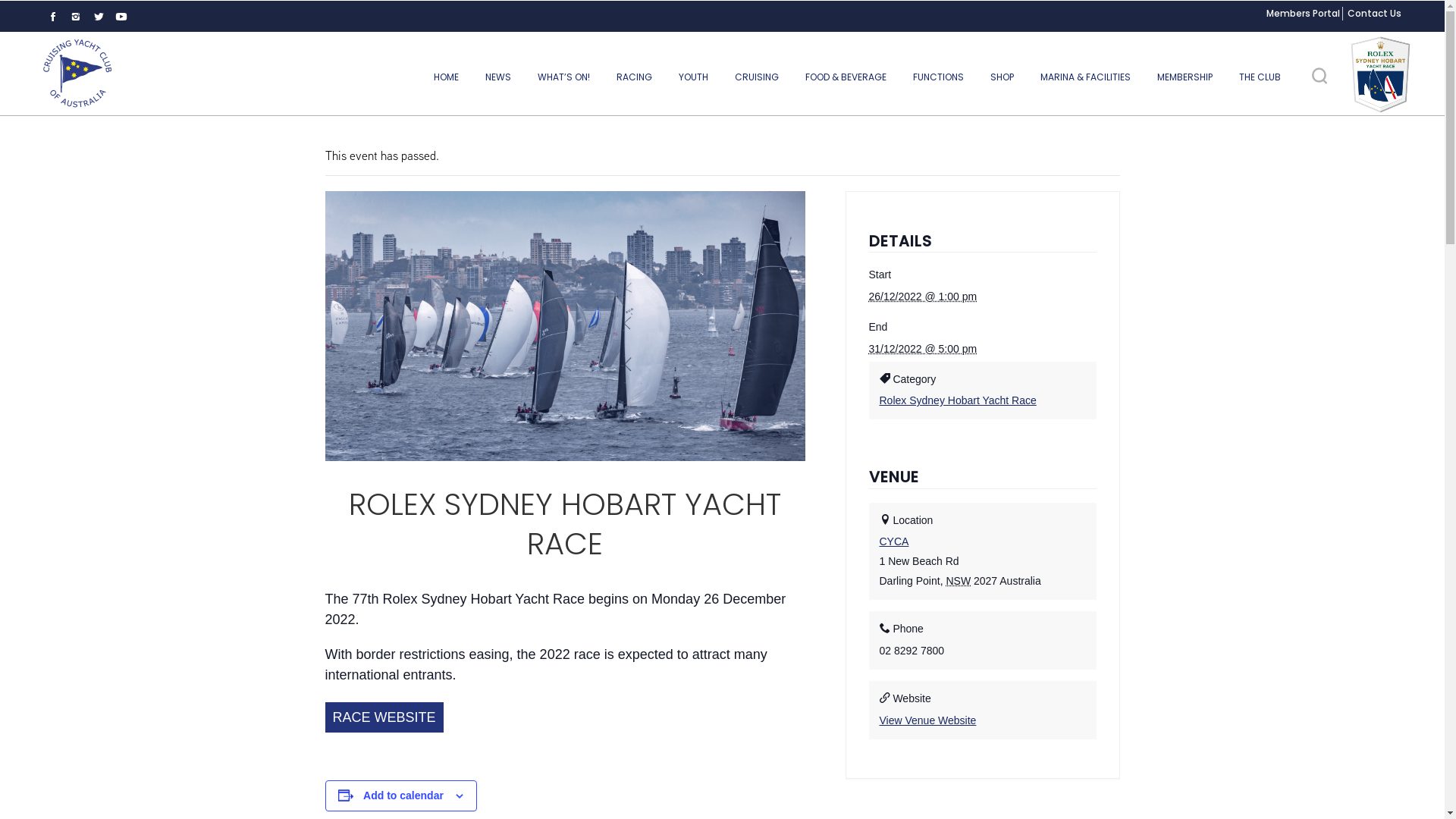 This screenshot has width=1456, height=819. I want to click on 'Show/hide search', so click(1318, 76).